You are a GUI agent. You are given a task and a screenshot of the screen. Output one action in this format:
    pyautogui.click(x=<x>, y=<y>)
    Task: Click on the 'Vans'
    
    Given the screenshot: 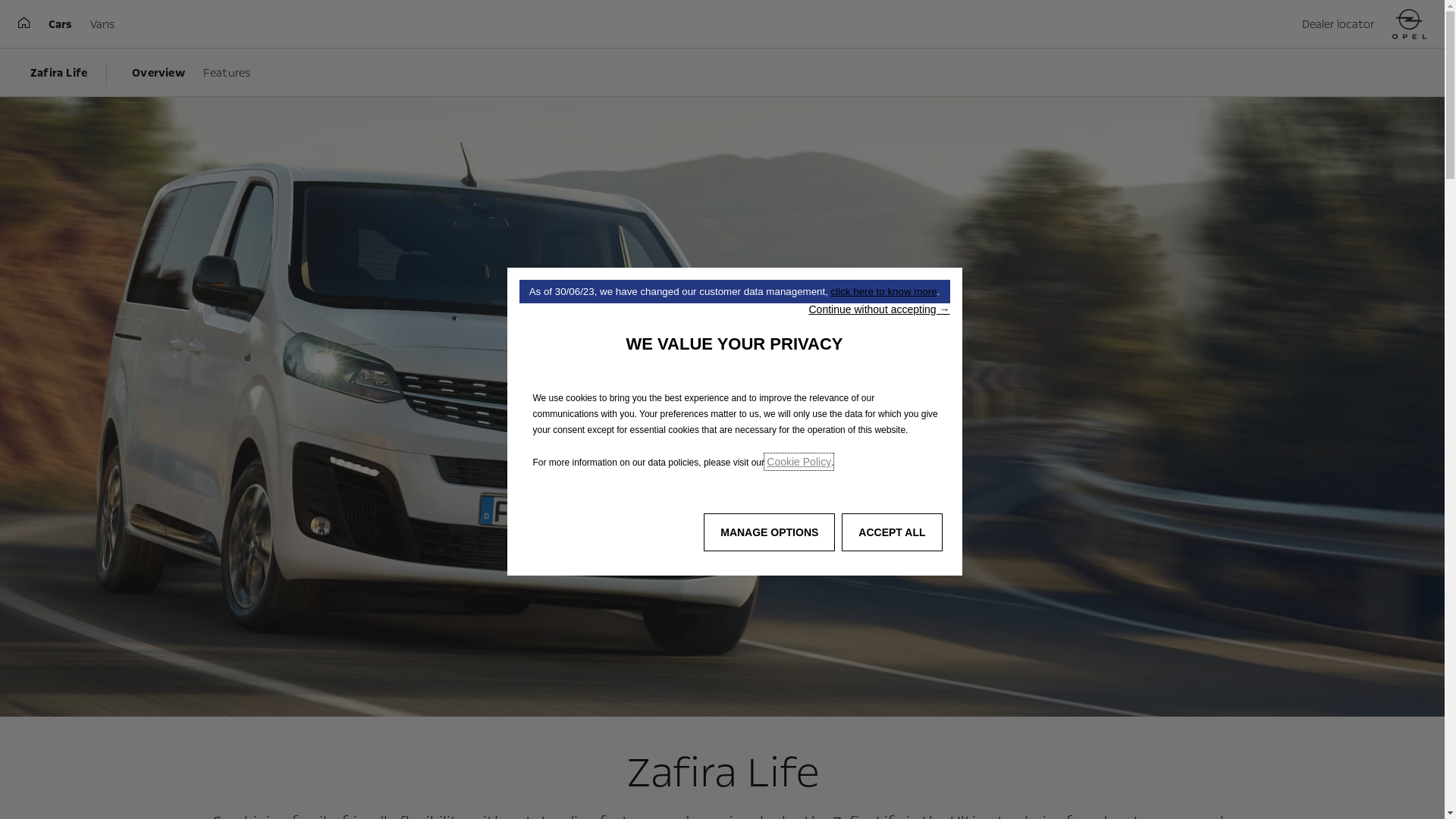 What is the action you would take?
    pyautogui.click(x=101, y=24)
    